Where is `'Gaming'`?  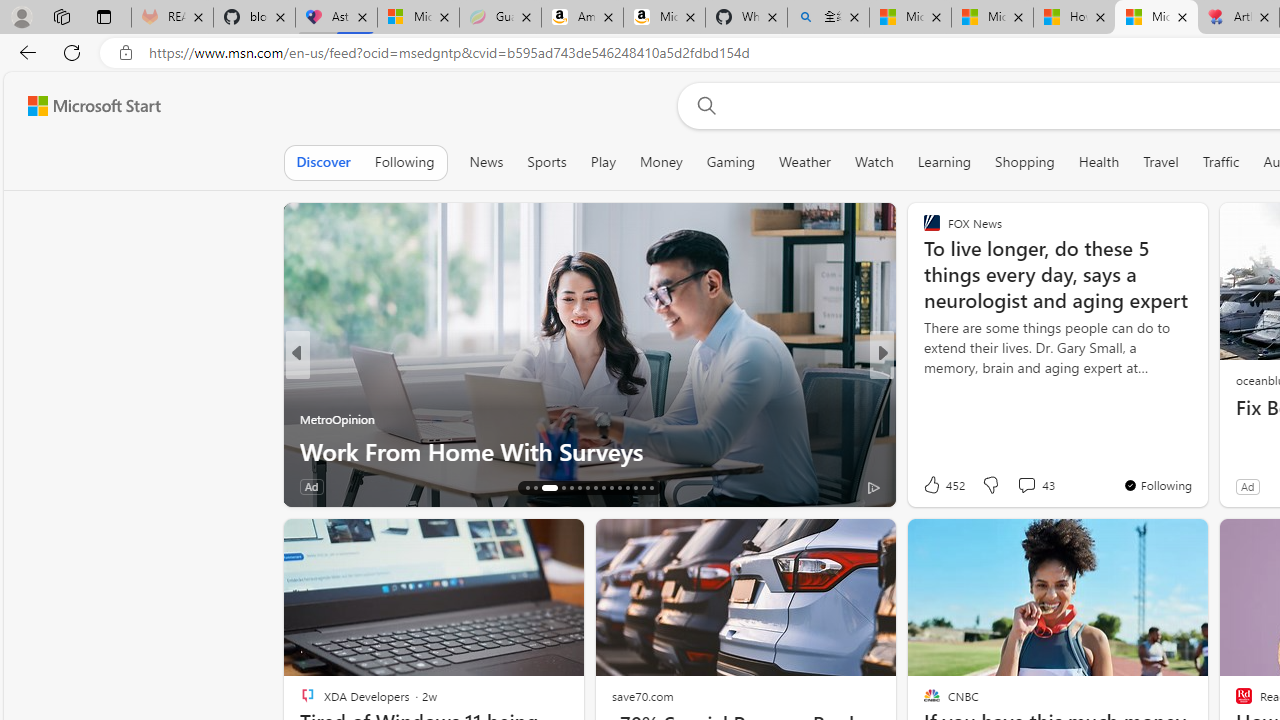 'Gaming' is located at coordinates (729, 161).